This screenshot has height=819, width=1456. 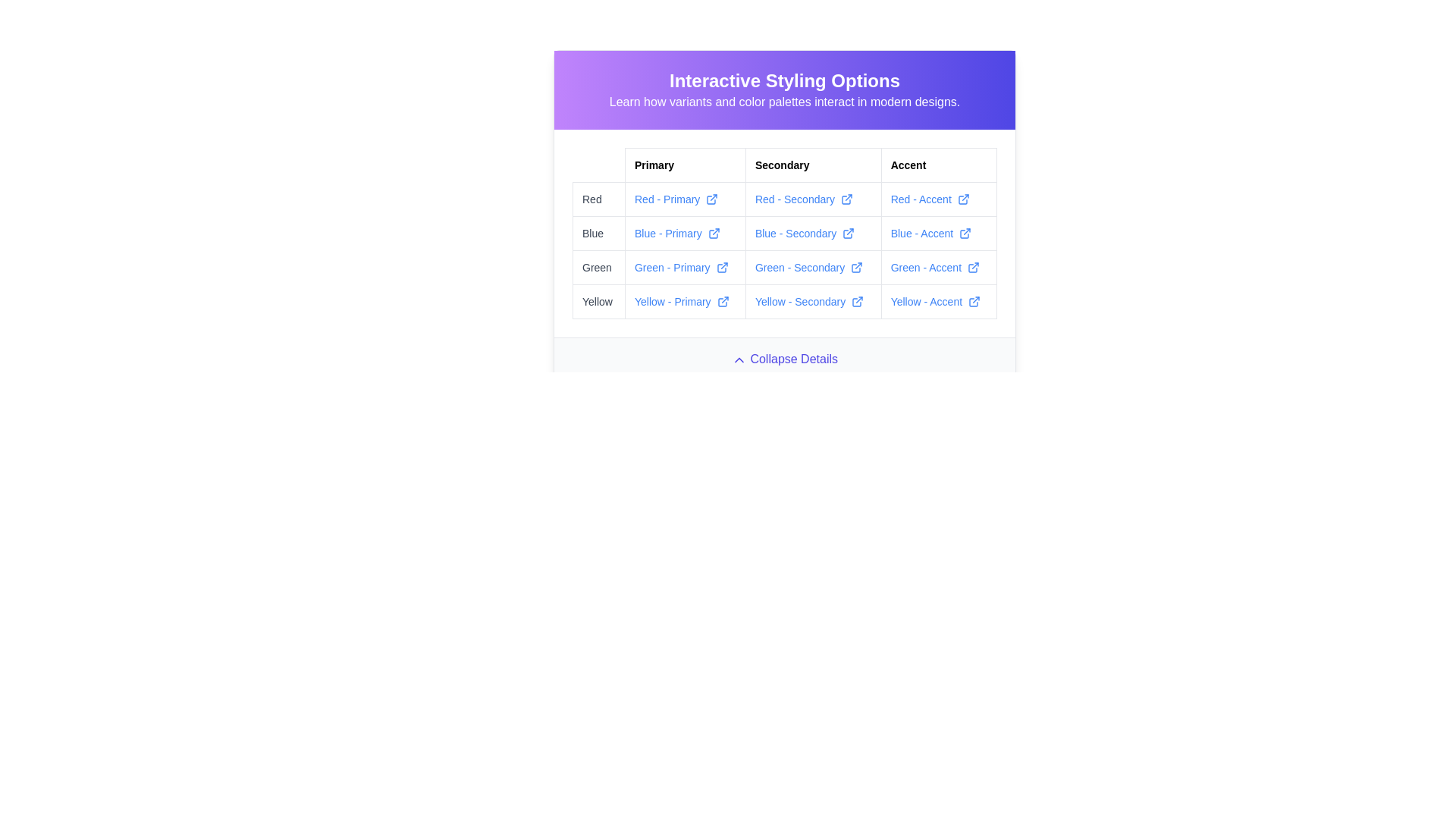 What do you see at coordinates (934, 301) in the screenshot?
I see `the hyperlink labeled 'Yellow - Accent' located in the bottom-right cell of a table under the 'Accent' column and the 'Yellow' row` at bounding box center [934, 301].